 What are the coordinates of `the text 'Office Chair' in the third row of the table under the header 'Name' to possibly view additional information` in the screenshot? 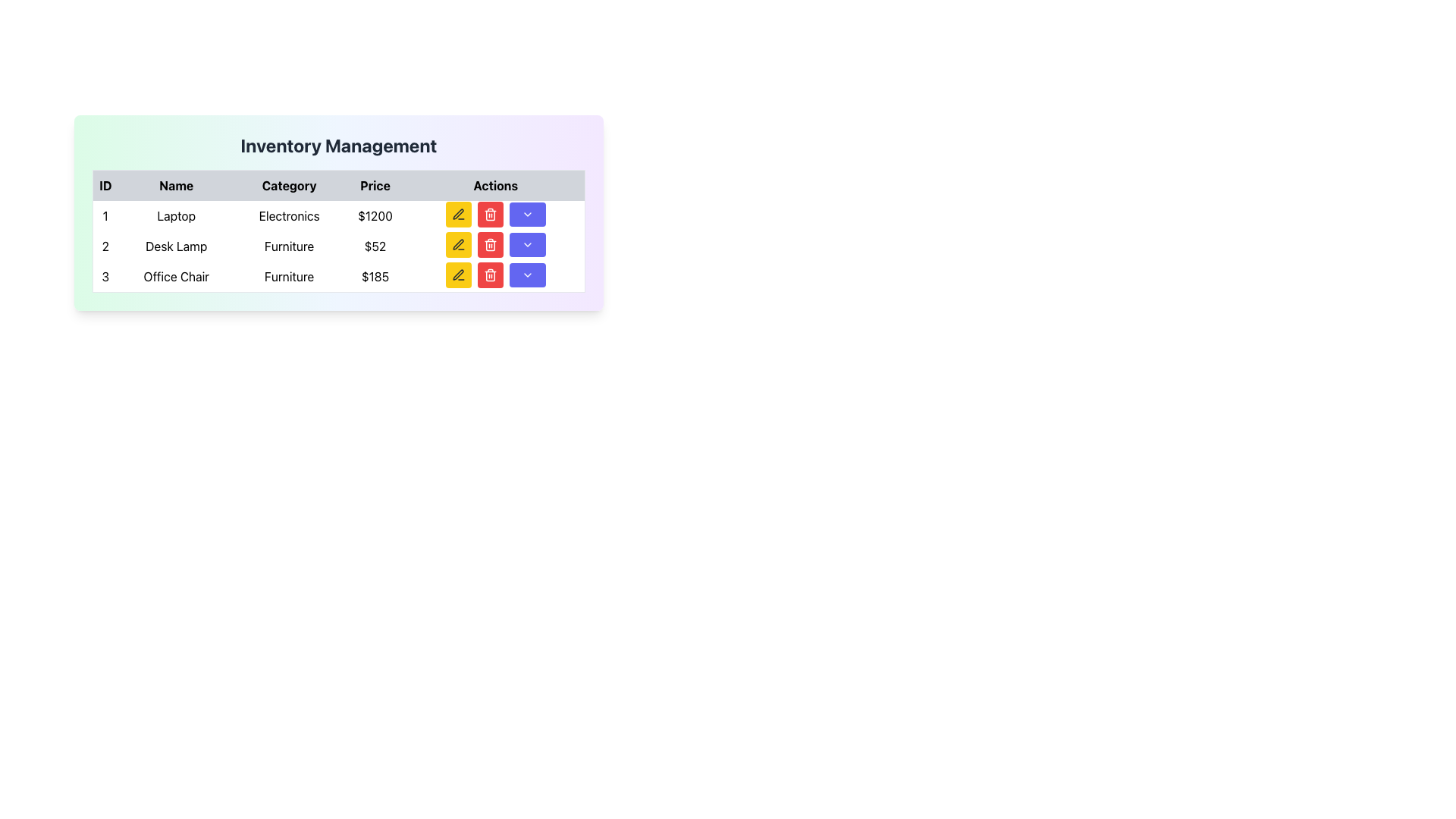 It's located at (176, 277).